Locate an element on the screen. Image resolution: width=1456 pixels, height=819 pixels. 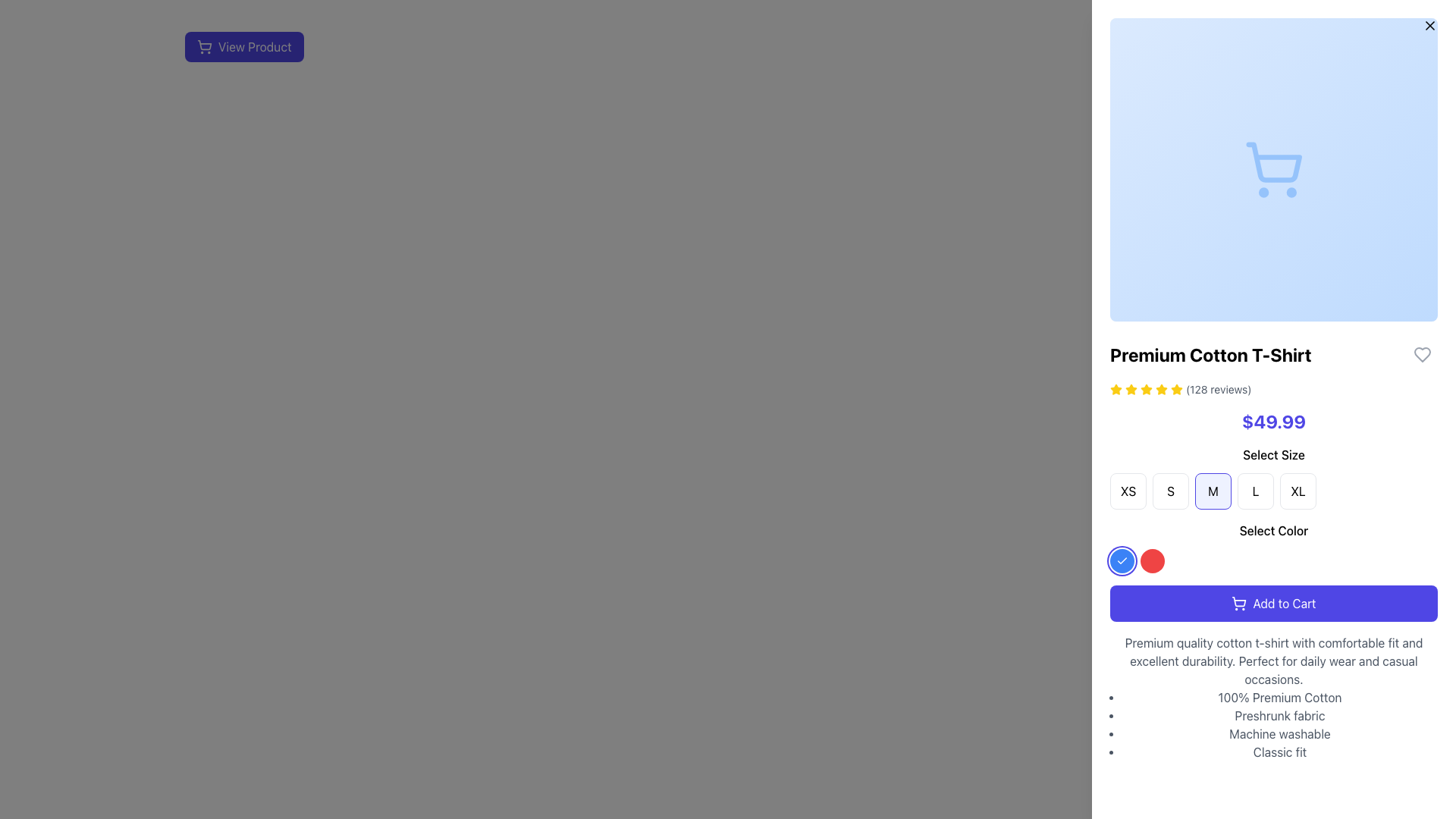
the first circular button with a blue background and a white checkmark icon, located beneath the 'Select Color' label is located at coordinates (1122, 561).